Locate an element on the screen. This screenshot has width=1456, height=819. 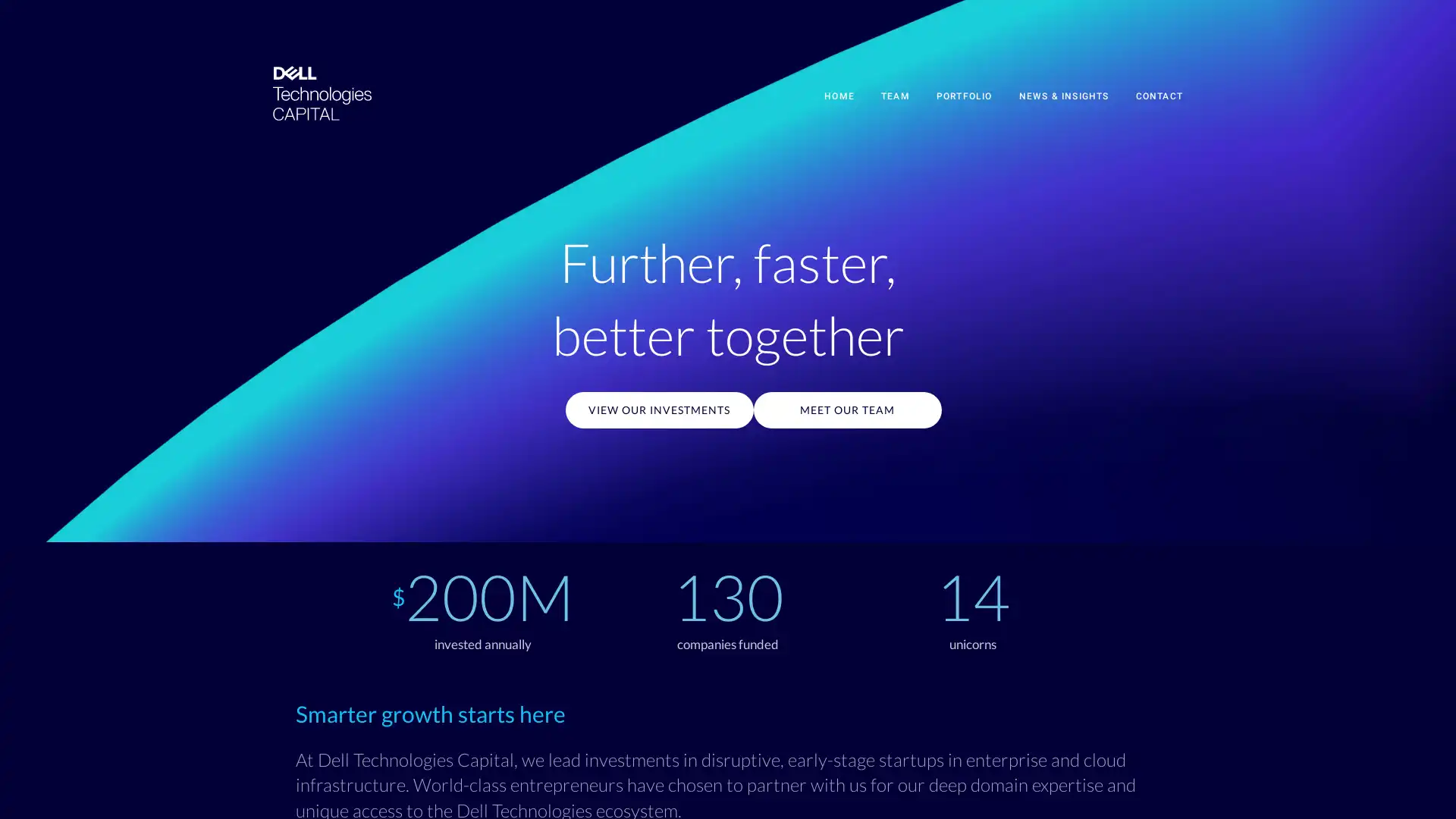
VIEW OUR INVESTMENTS is located at coordinates (632, 409).